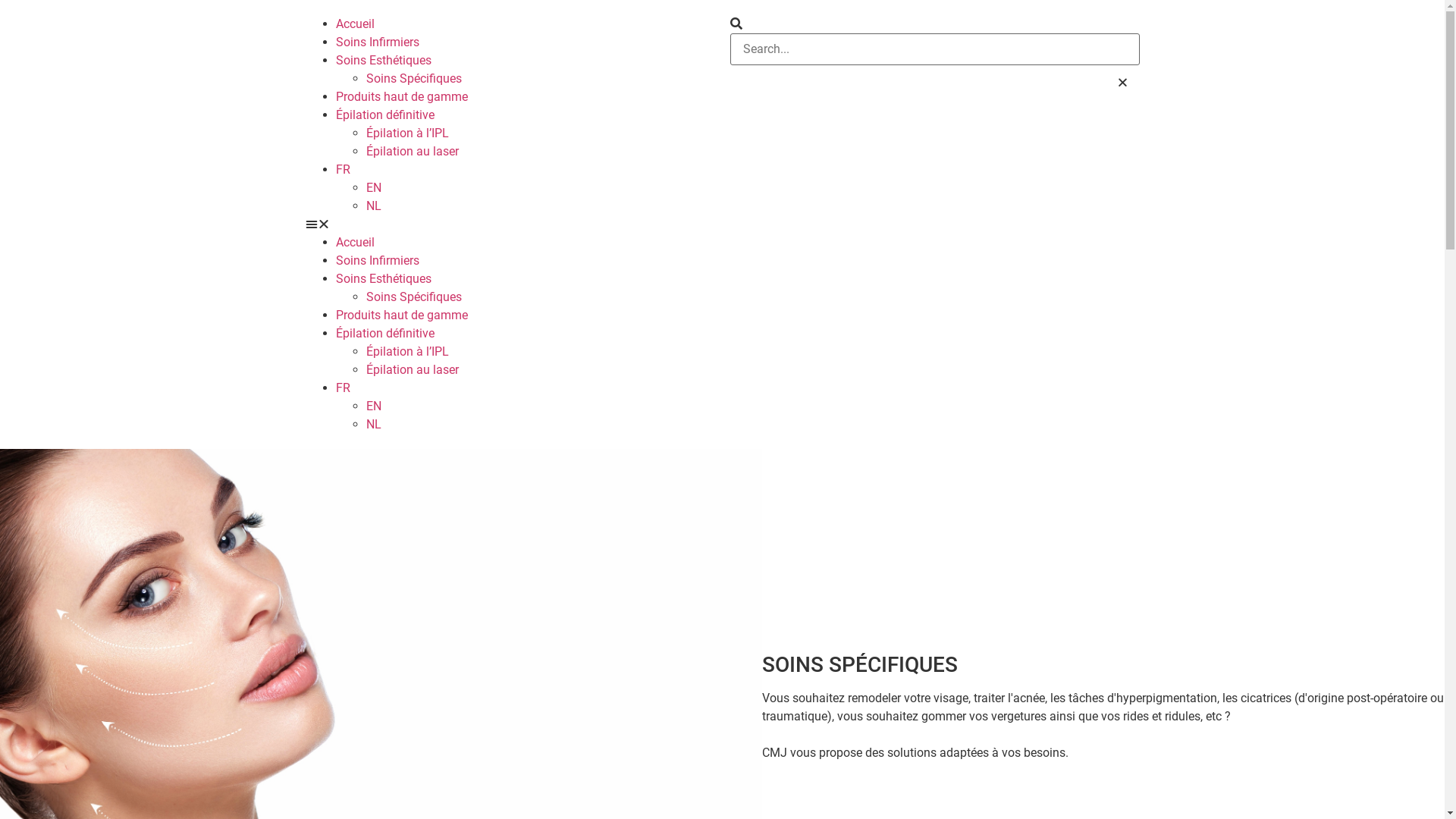 This screenshot has width=1456, height=819. What do you see at coordinates (353, 24) in the screenshot?
I see `'Accueil'` at bounding box center [353, 24].